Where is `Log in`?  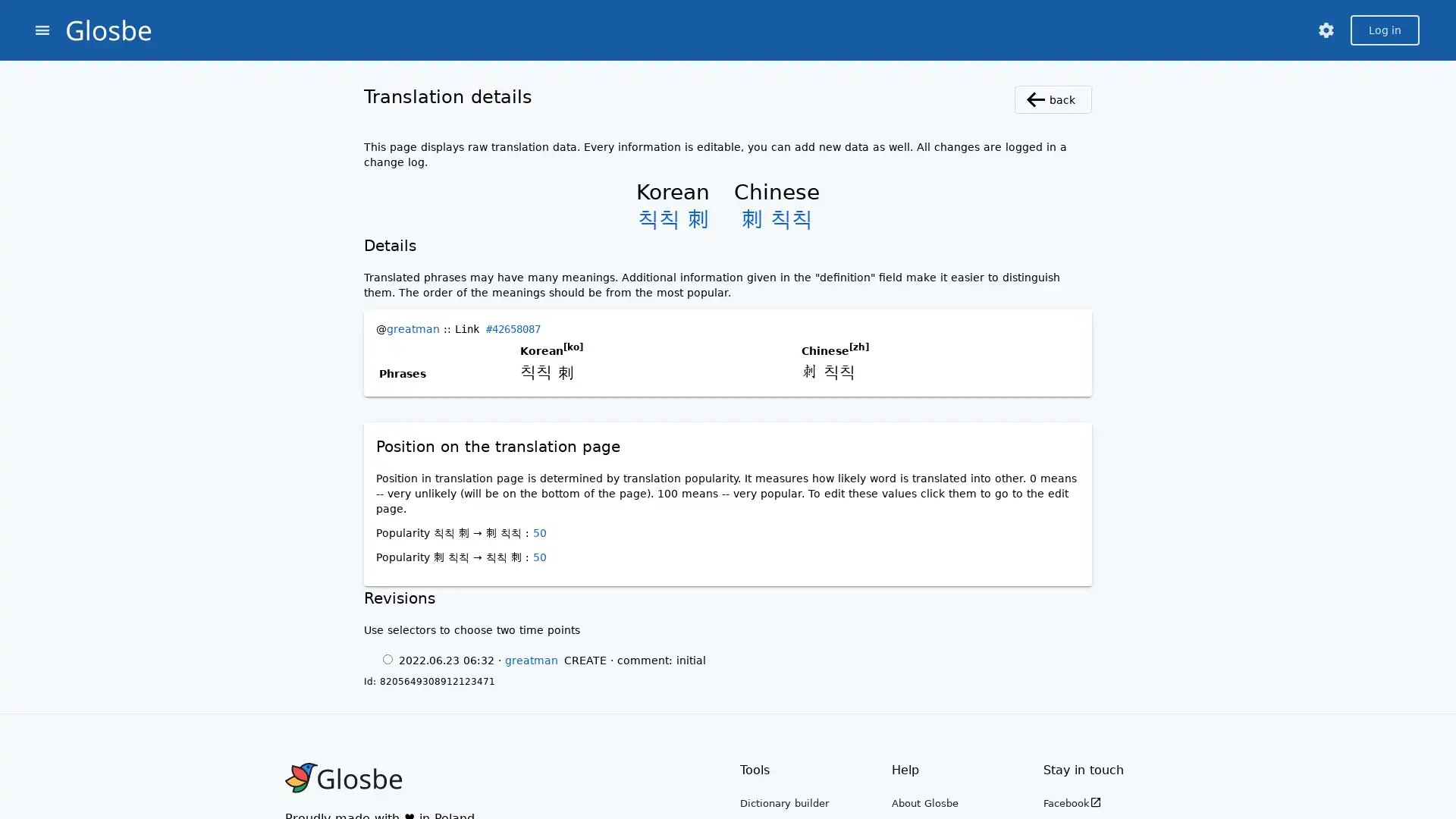 Log in is located at coordinates (1385, 30).